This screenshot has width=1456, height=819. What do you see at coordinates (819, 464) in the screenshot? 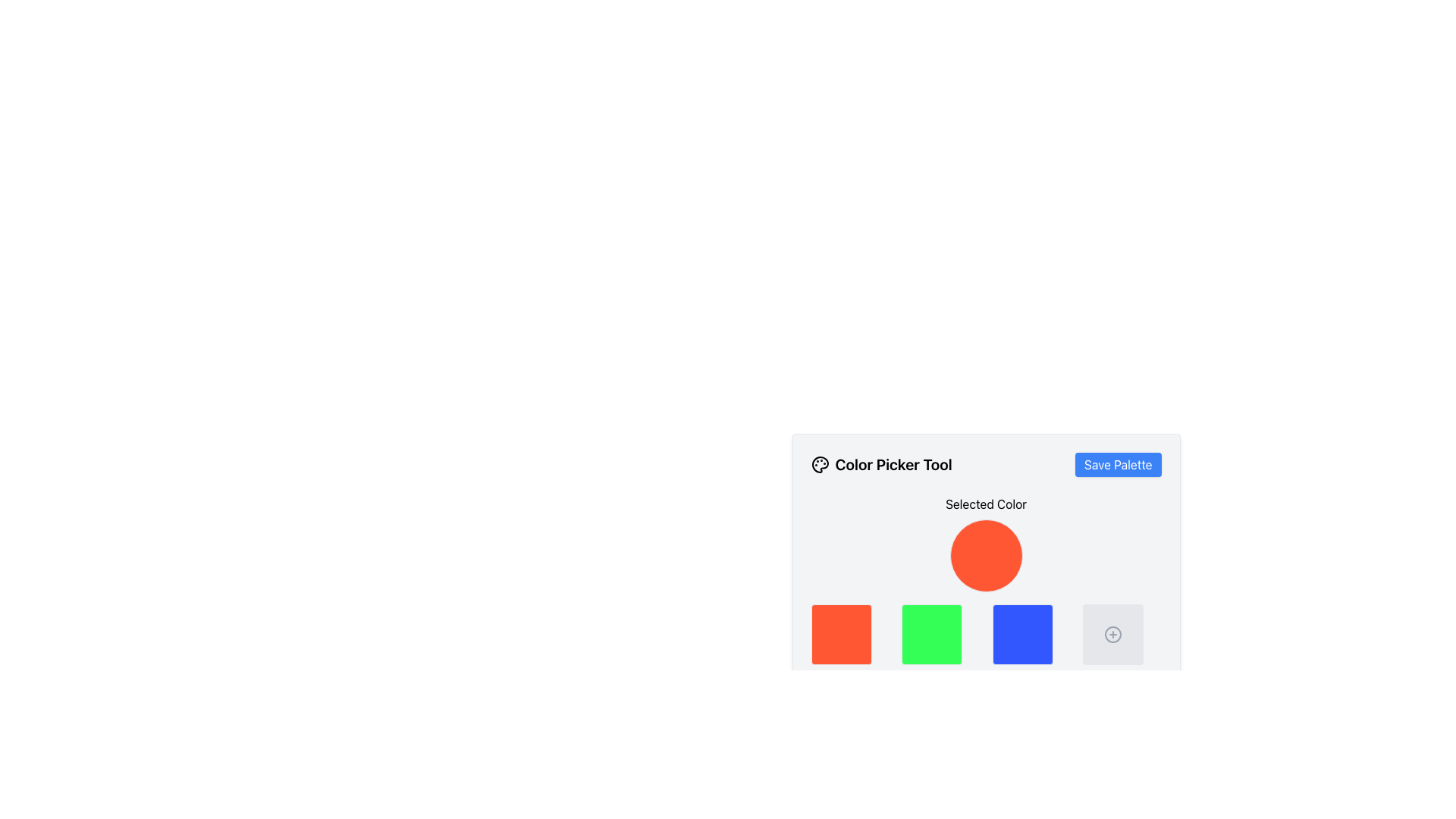
I see `the SVG-based color picker tool icon located near the top-left section of the application interface, adjacent to the title 'Color Picker Tool'` at bounding box center [819, 464].